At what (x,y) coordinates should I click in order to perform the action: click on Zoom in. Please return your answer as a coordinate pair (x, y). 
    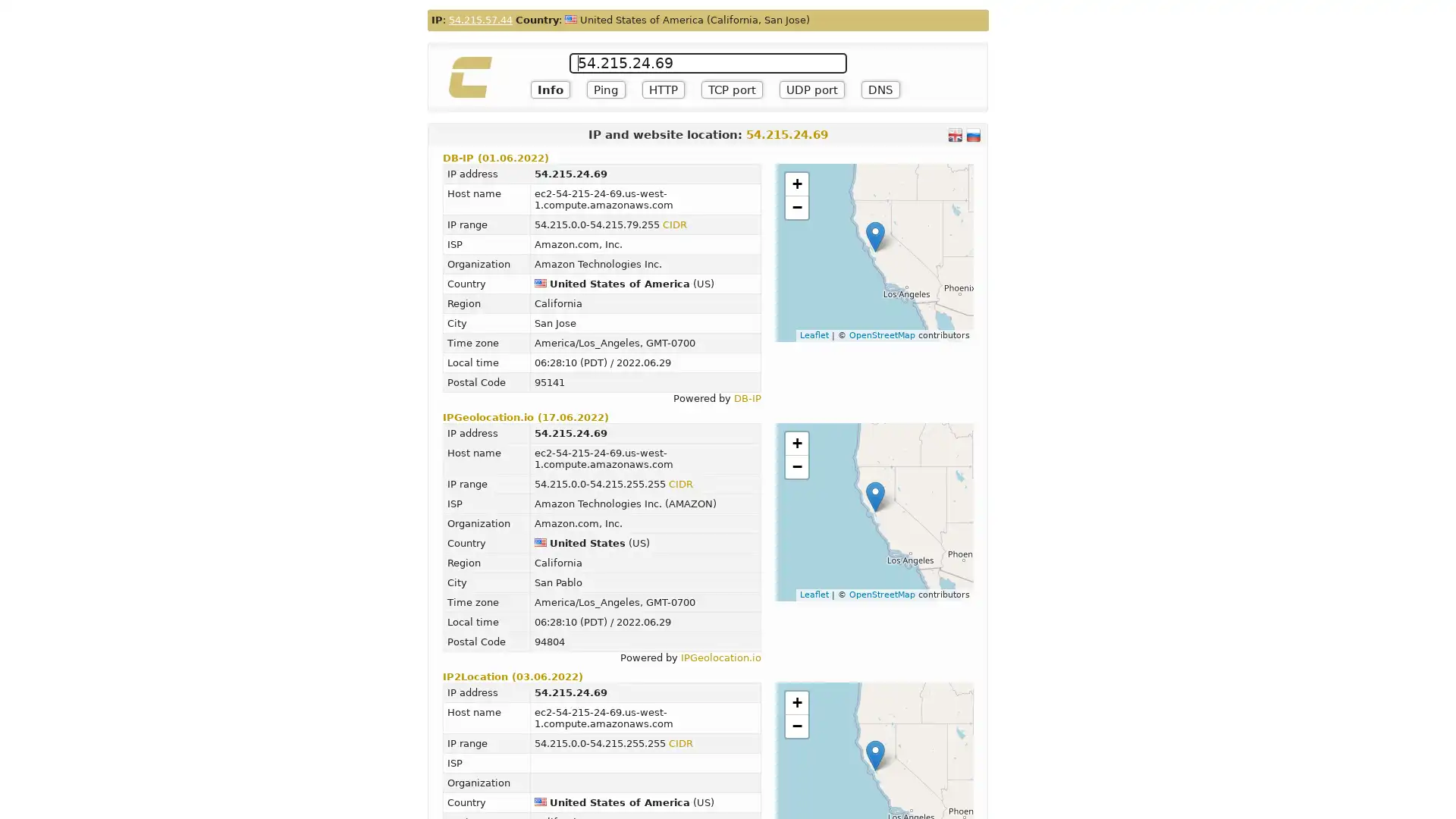
    Looking at the image, I should click on (796, 444).